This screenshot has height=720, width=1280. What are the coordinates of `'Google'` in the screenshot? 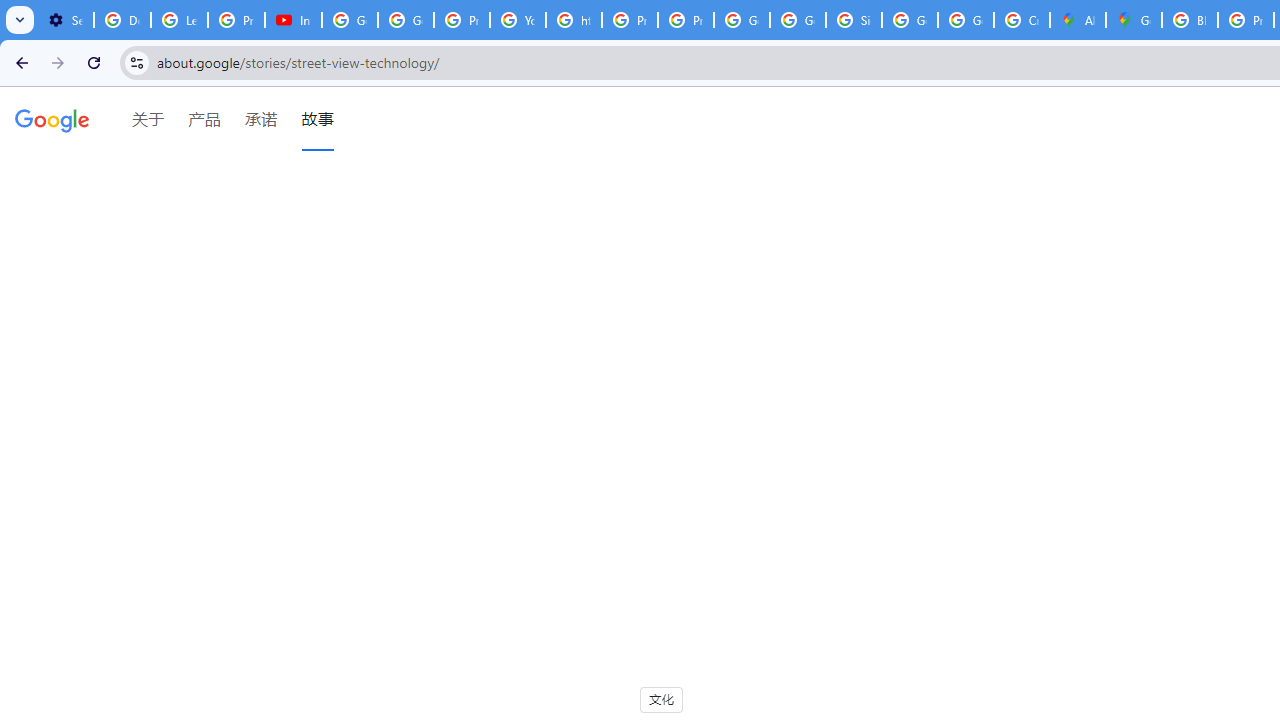 It's located at (52, 124).